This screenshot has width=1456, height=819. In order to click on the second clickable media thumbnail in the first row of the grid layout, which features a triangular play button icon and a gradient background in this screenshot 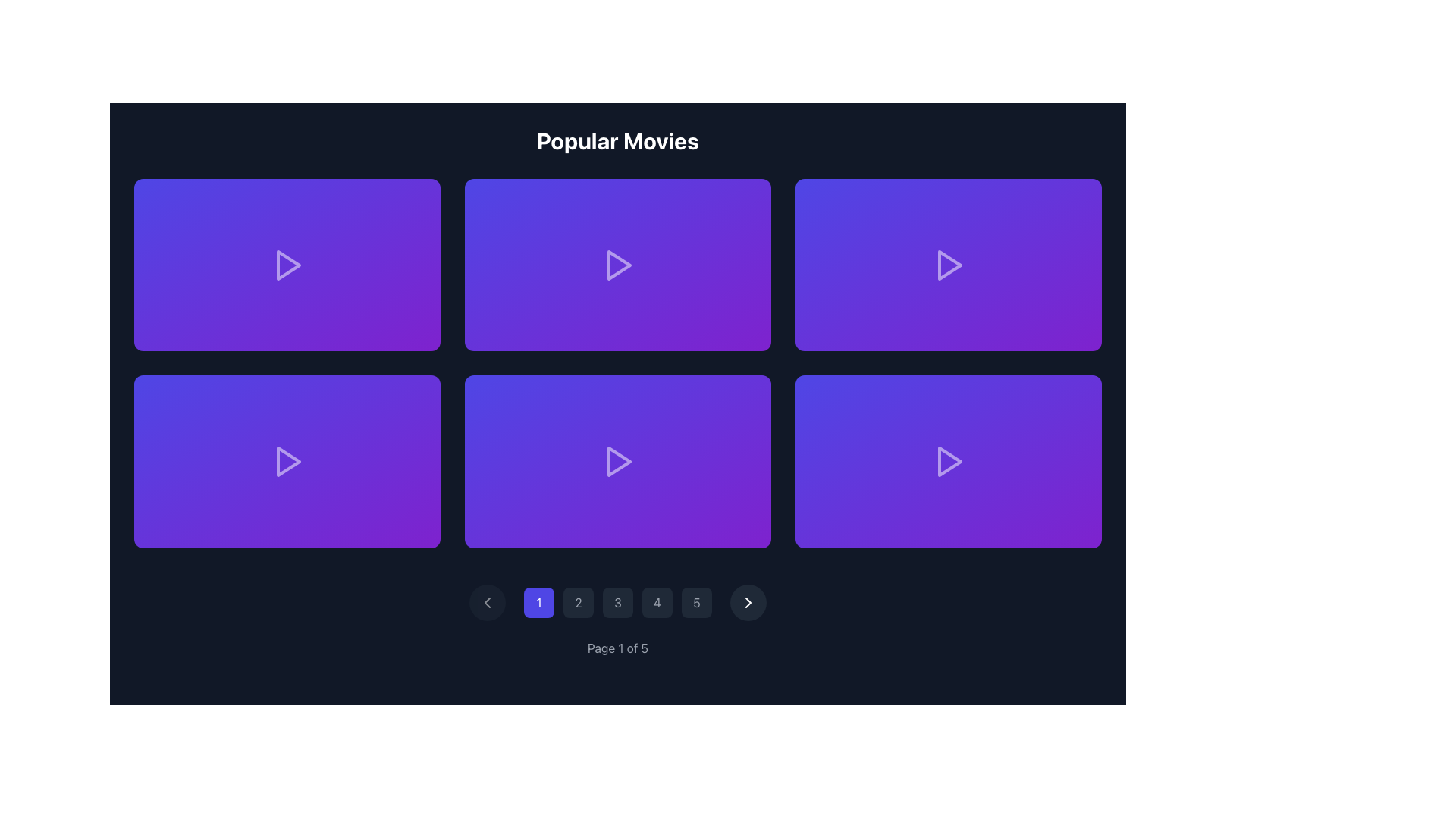, I will do `click(618, 263)`.